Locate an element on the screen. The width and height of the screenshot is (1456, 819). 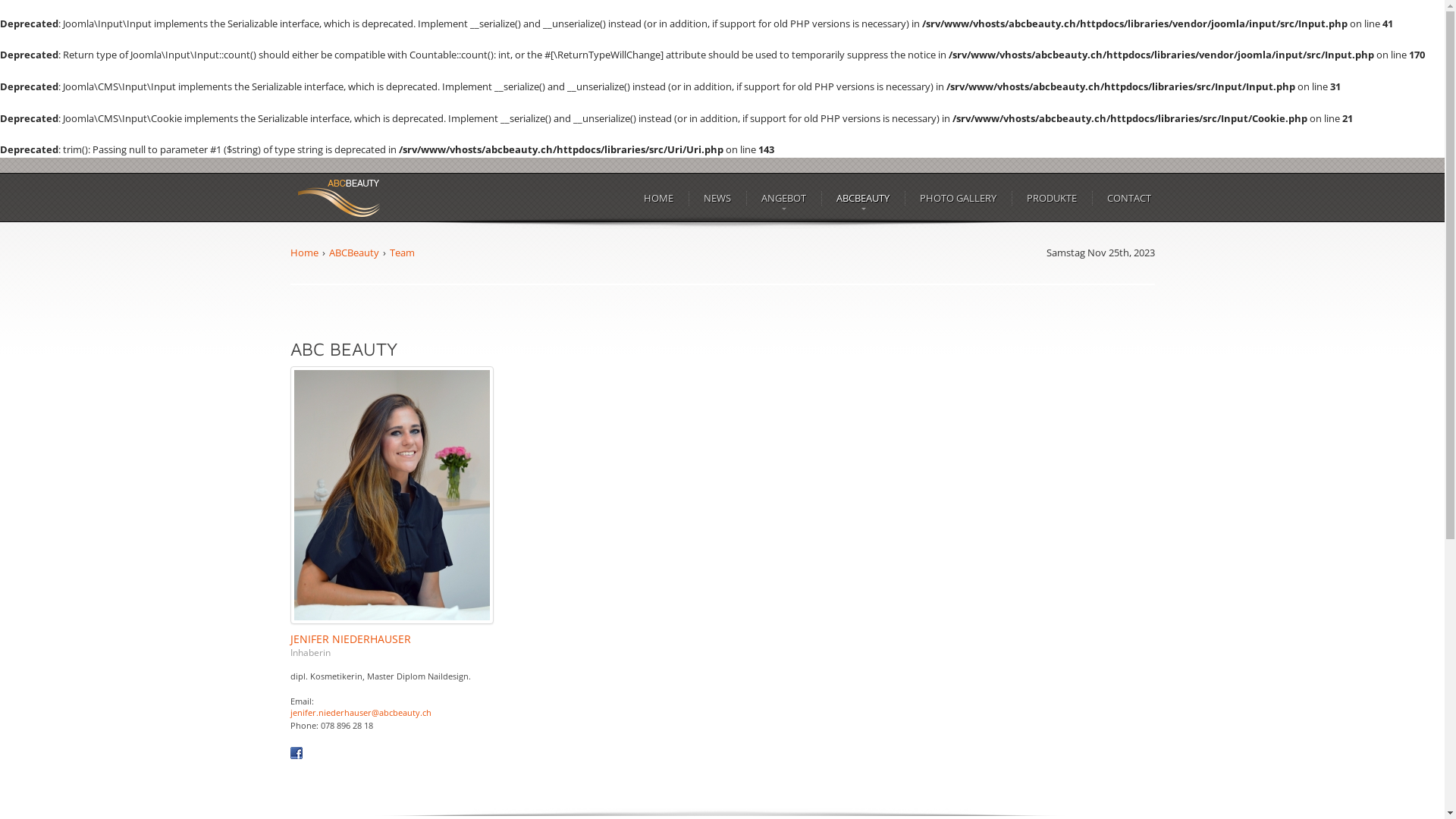
'ANGEBOT' is located at coordinates (757, 197).